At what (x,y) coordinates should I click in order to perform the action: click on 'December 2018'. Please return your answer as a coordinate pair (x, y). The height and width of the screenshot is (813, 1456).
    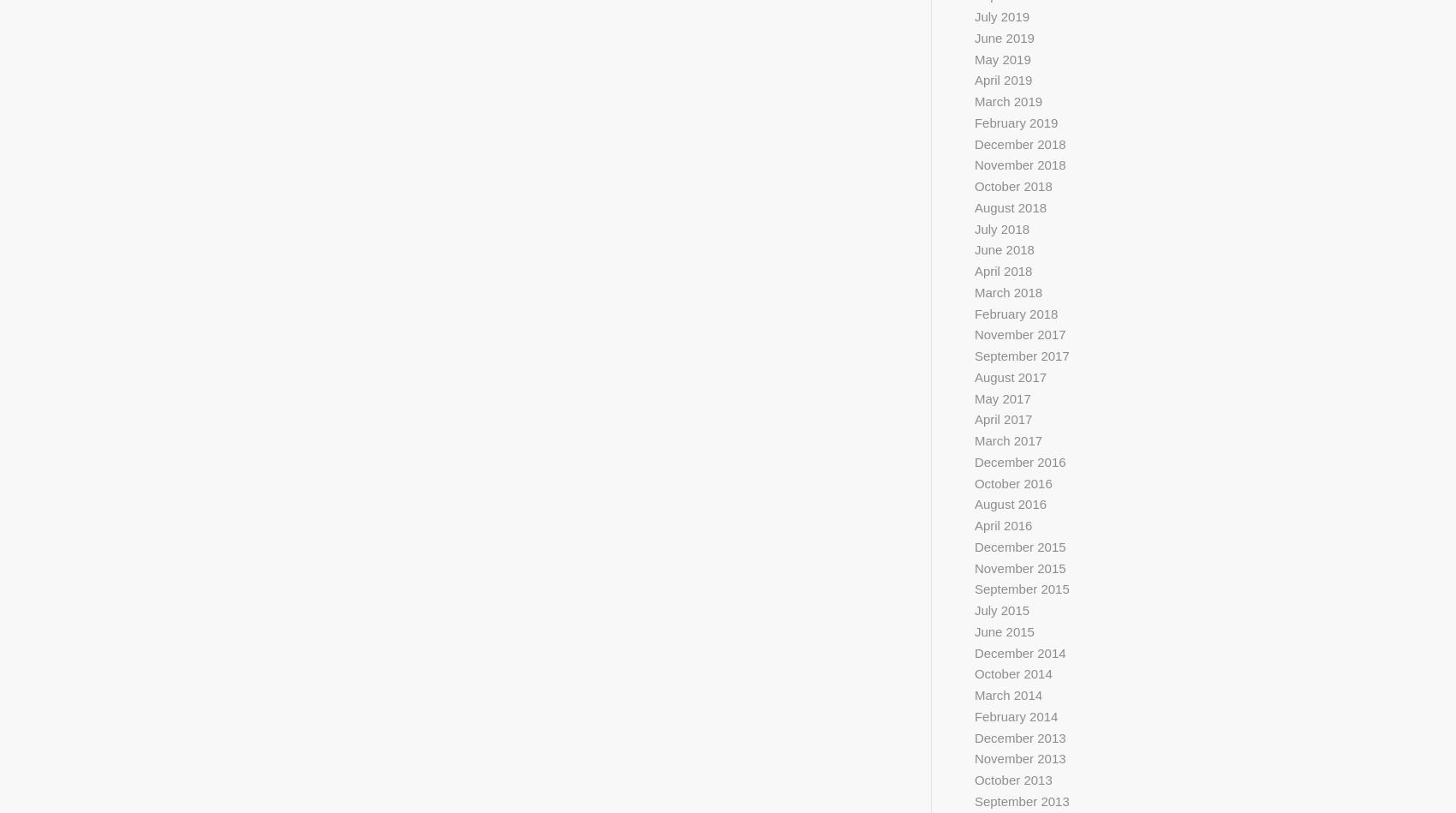
    Looking at the image, I should click on (973, 142).